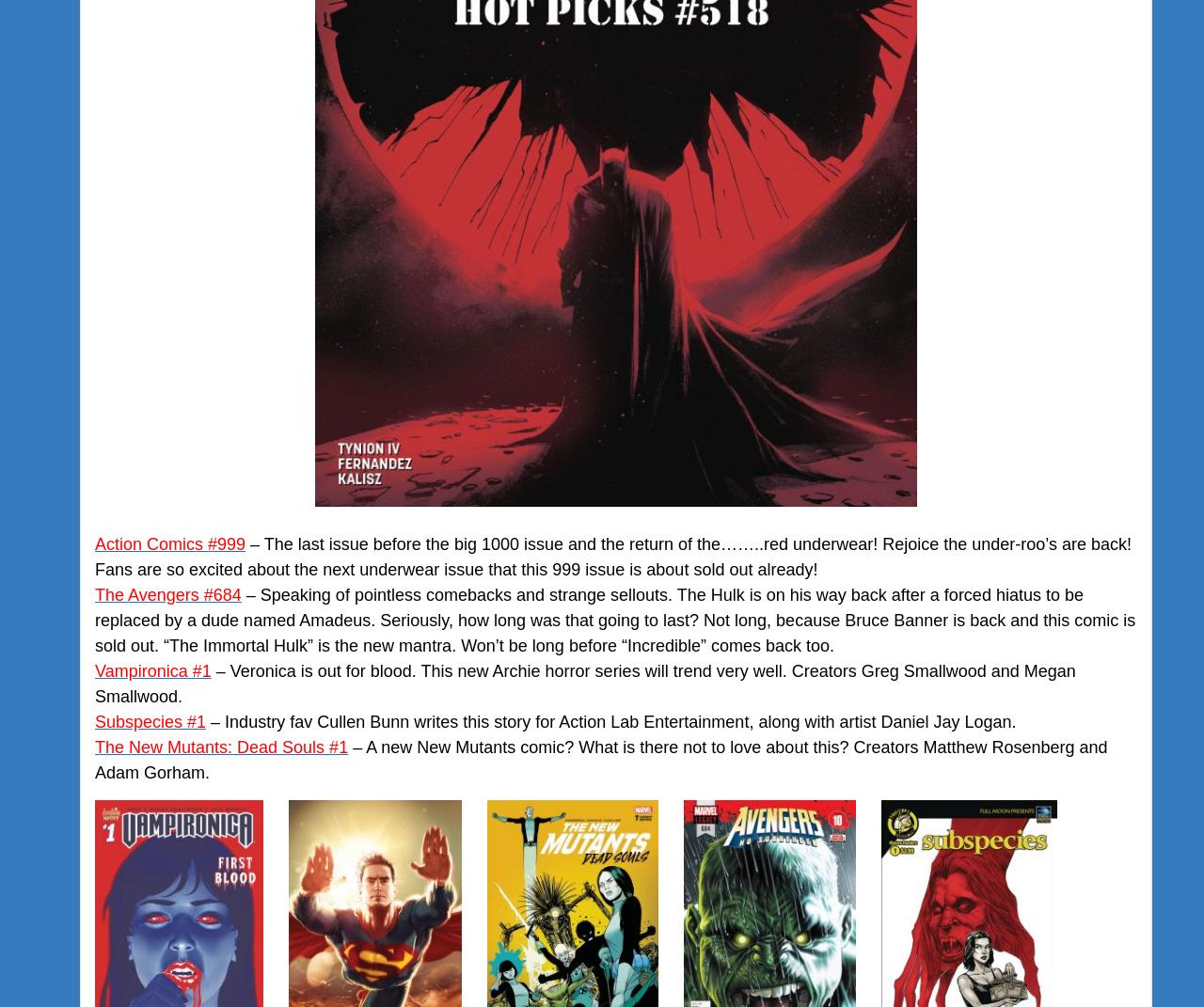  Describe the element at coordinates (93, 557) in the screenshot. I see `'– The last issue before the big 1000 issue and the return of the……..red underwear! Rejoice the under-roo’s are back! Fans are so excited about the next underwear issue that this 999 issue is about sold out already!'` at that location.